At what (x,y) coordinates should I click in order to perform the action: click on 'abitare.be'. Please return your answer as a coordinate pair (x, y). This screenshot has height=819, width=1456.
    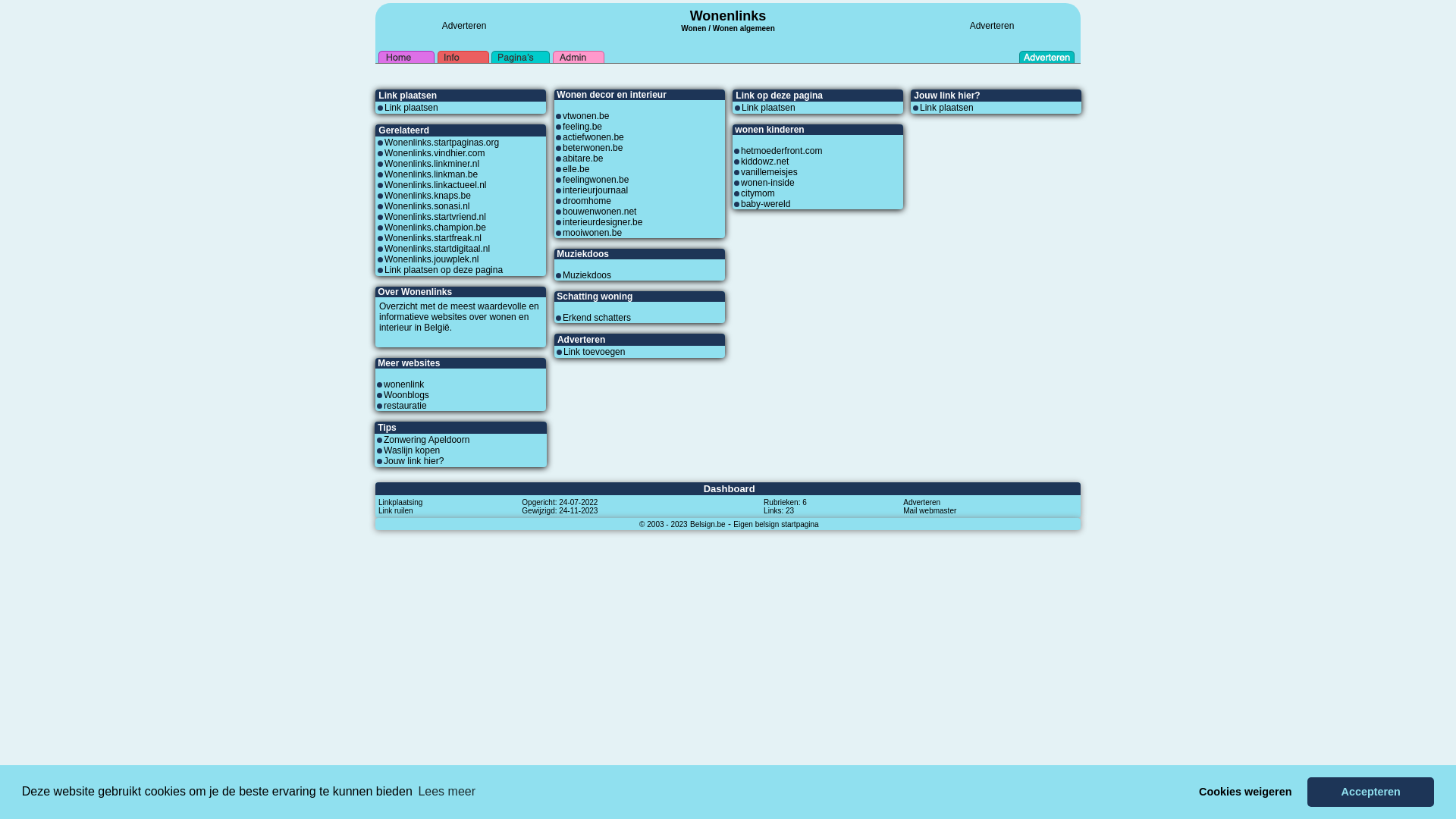
    Looking at the image, I should click on (562, 158).